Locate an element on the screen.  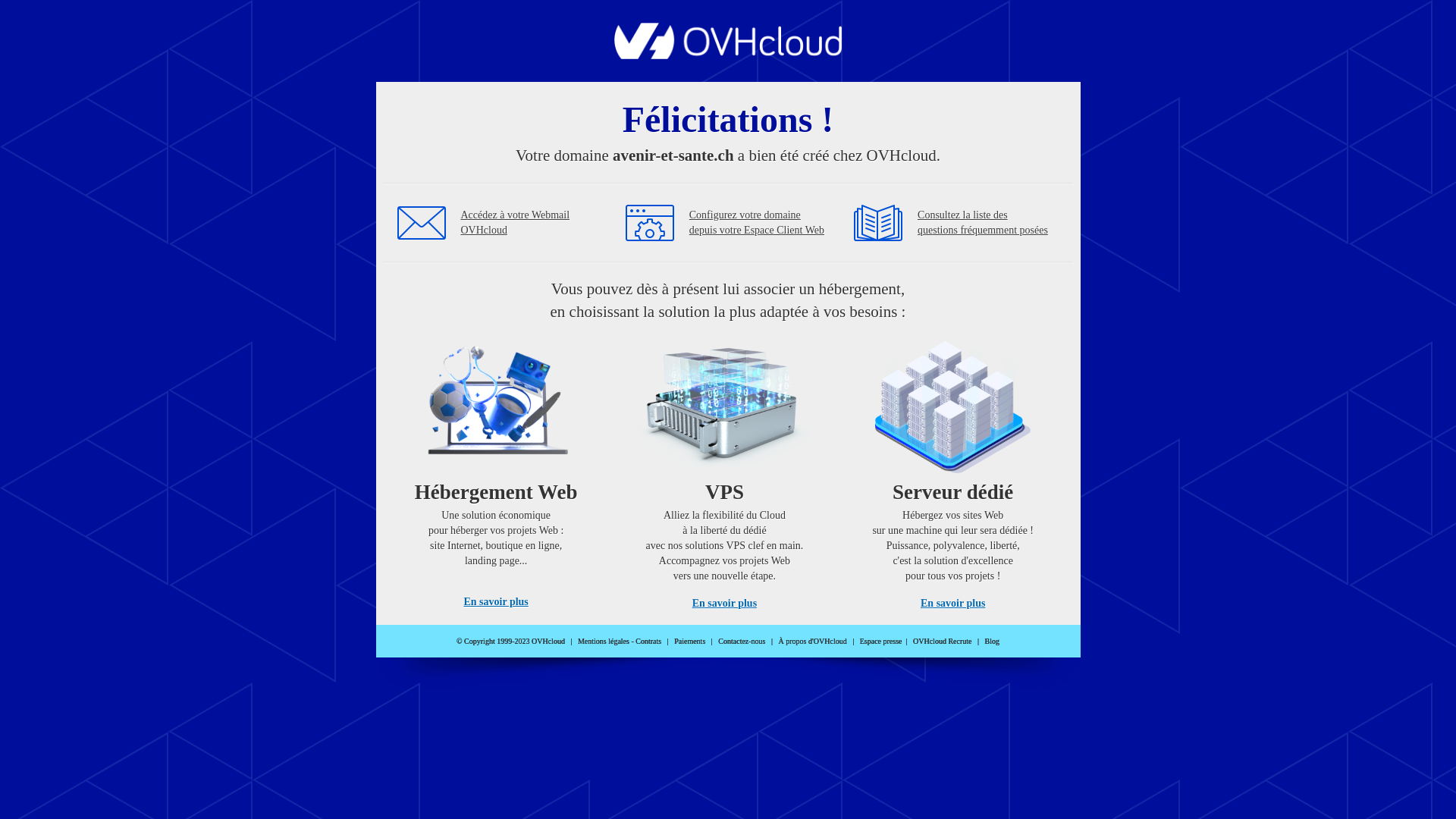
'OVHcloud Recrute' is located at coordinates (941, 641).